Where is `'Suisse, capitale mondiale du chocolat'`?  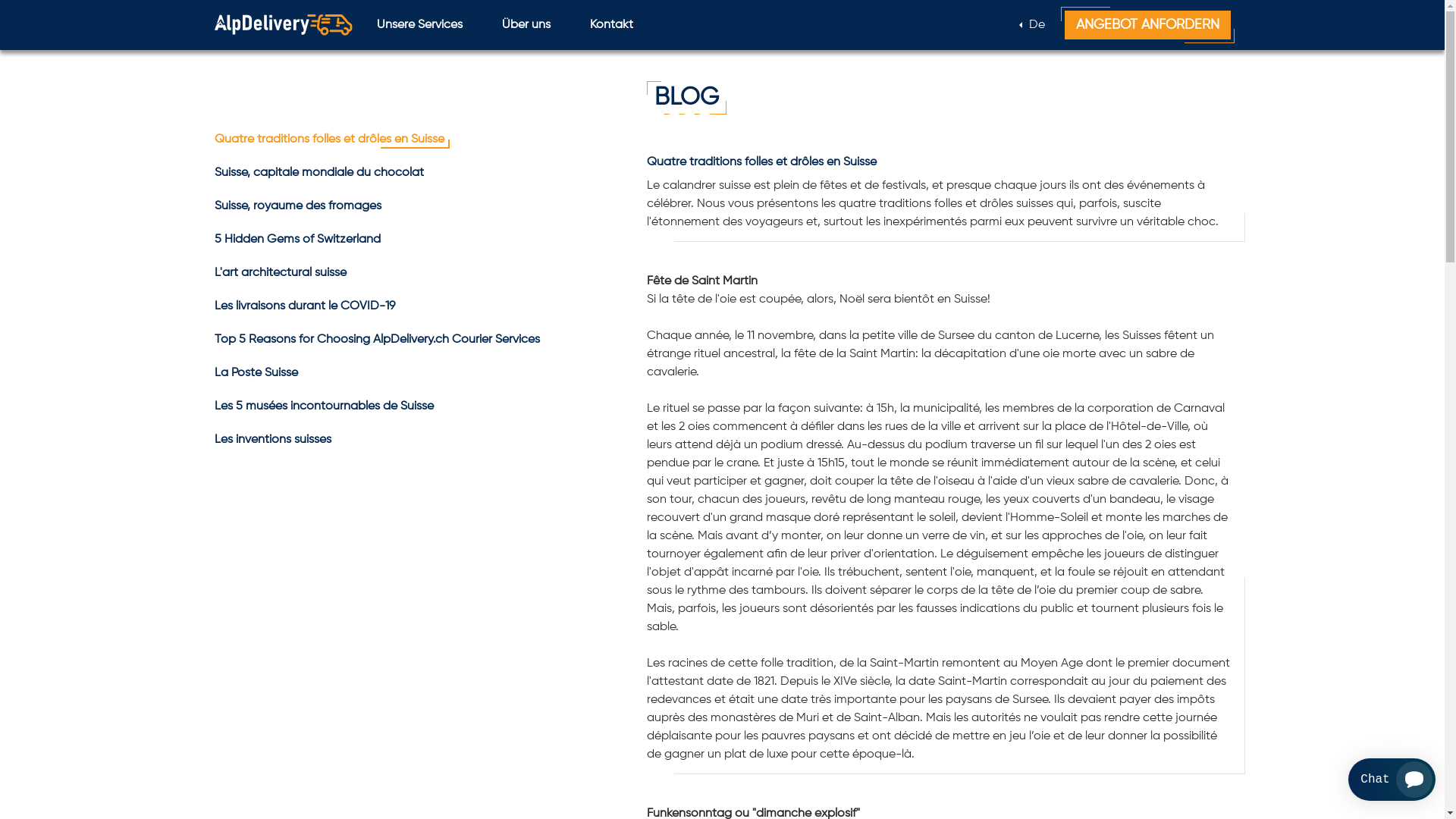
'Suisse, capitale mondiale du chocolat' is located at coordinates (318, 171).